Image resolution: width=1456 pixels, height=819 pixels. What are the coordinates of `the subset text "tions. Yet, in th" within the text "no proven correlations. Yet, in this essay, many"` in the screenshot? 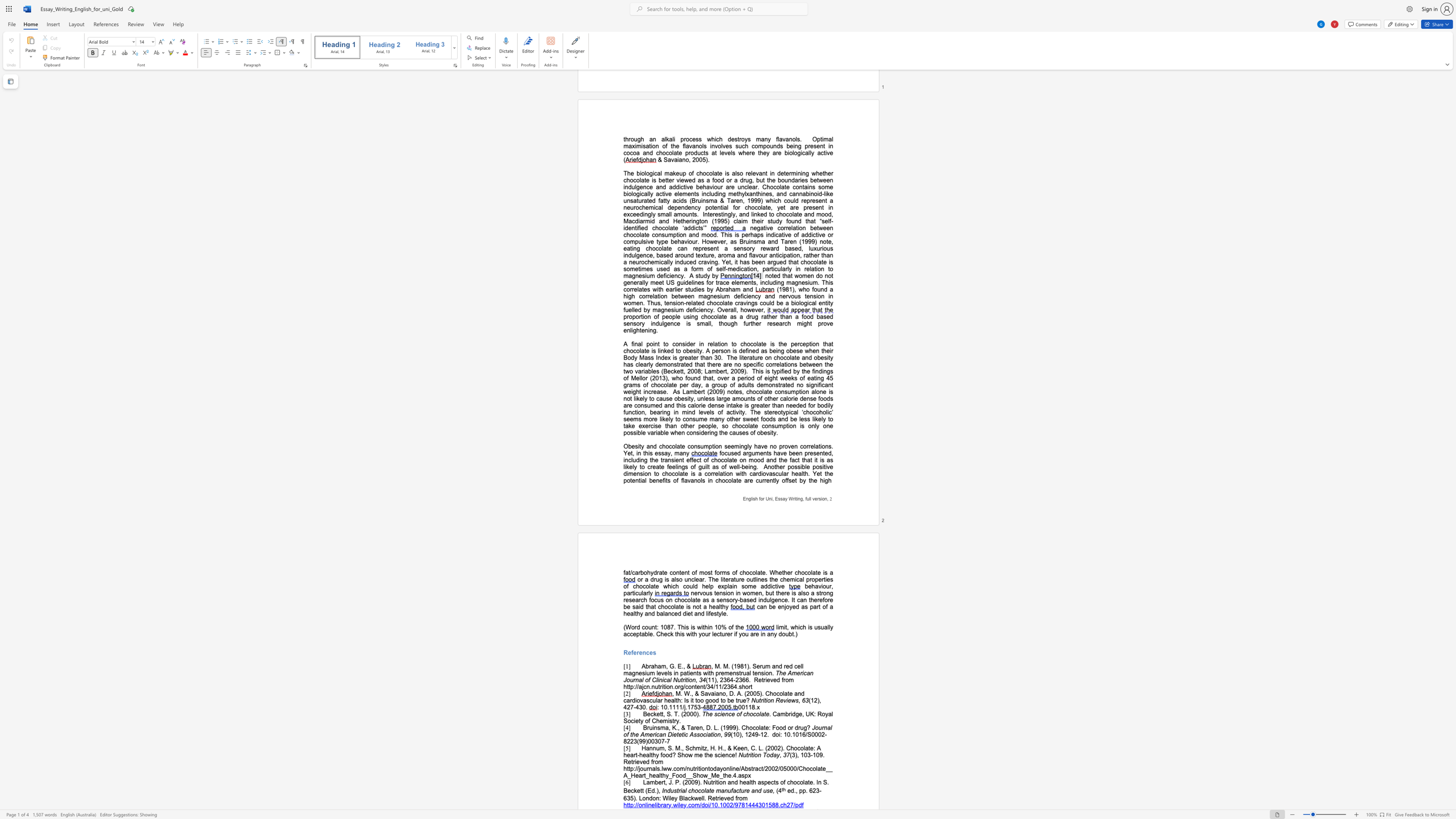 It's located at (818, 445).